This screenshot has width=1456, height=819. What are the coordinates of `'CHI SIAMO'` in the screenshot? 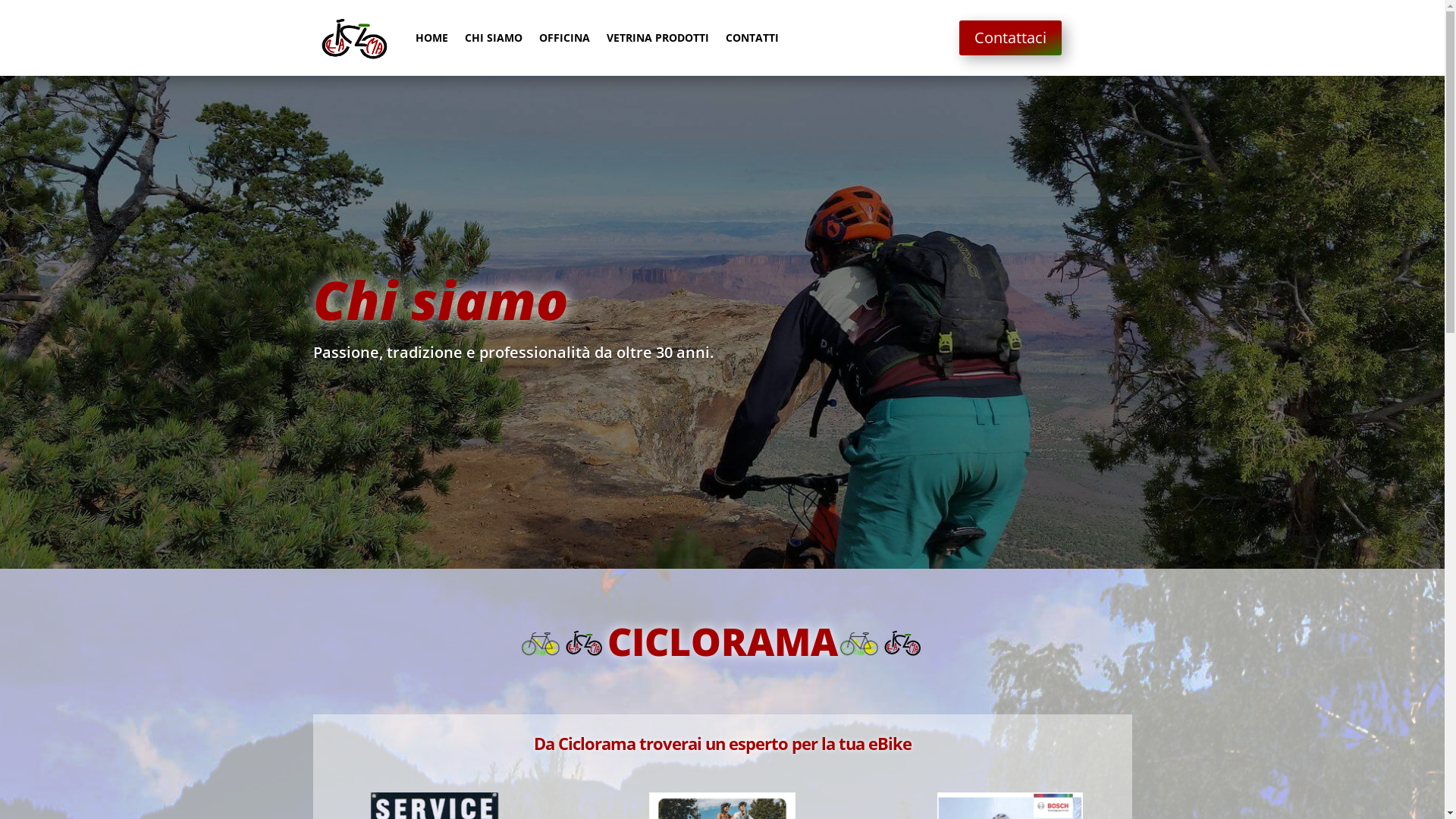 It's located at (492, 37).